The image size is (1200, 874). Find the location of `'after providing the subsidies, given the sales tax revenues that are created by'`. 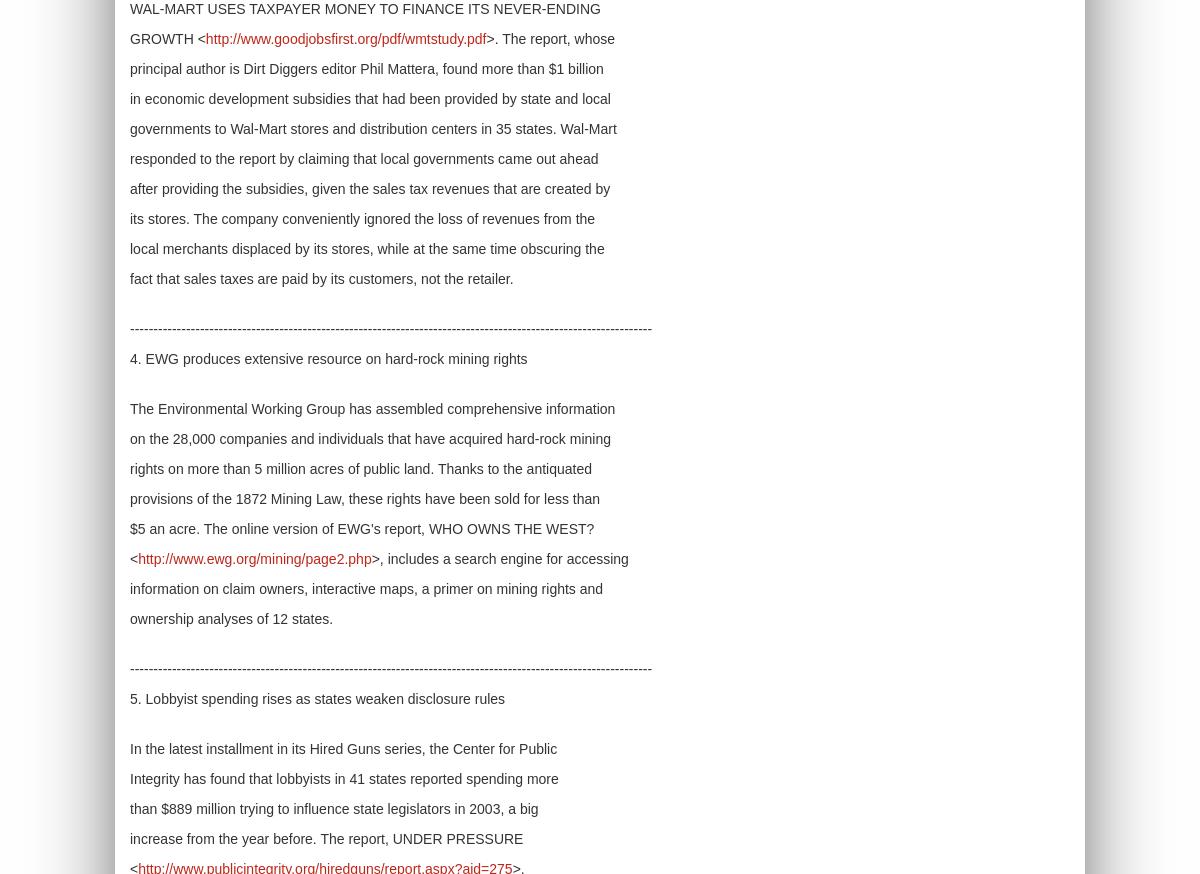

'after providing the subsidies, given the sales tax revenues that are created by' is located at coordinates (129, 187).